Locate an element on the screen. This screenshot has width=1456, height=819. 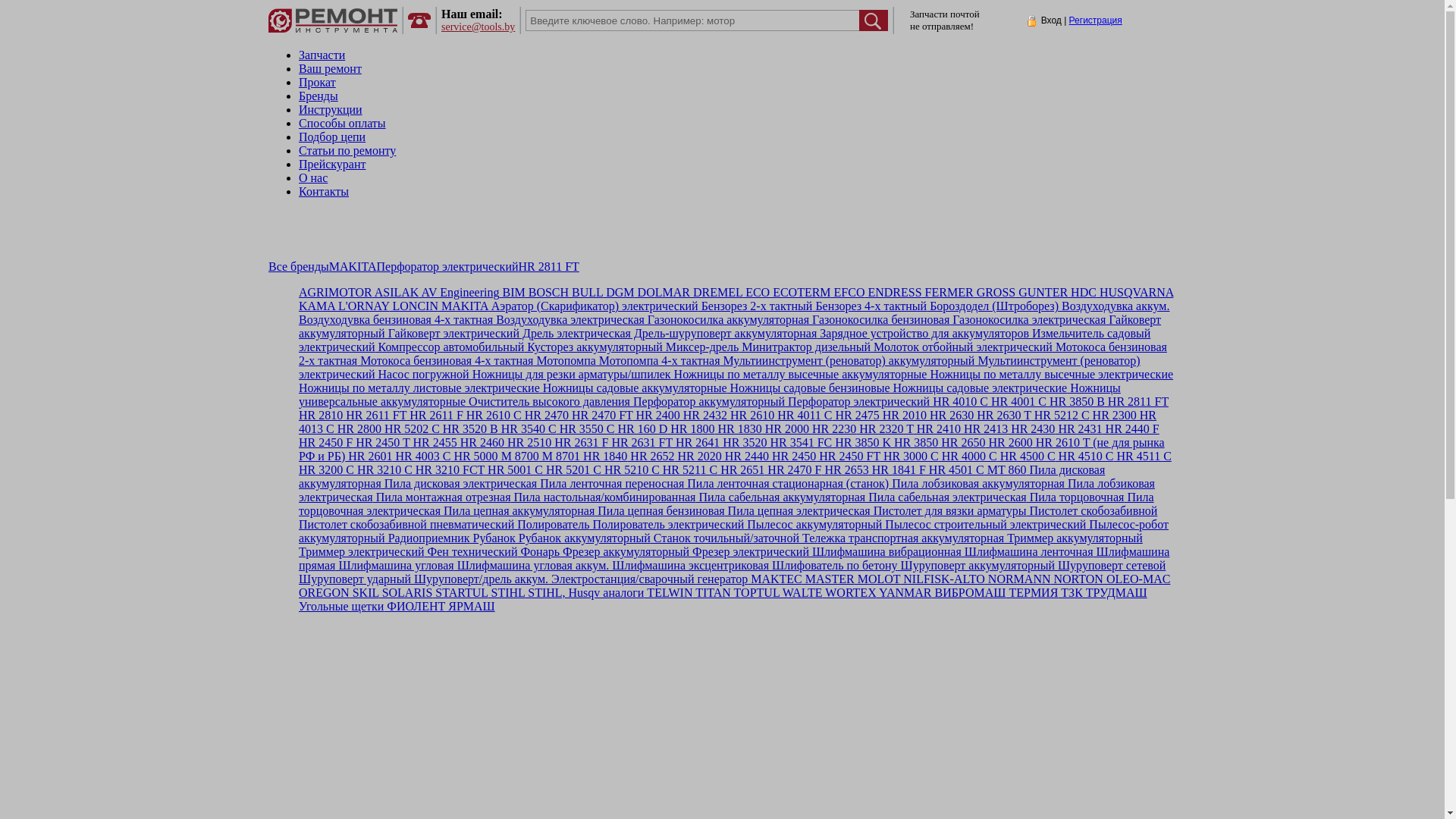
'TELWIN' is located at coordinates (667, 591).